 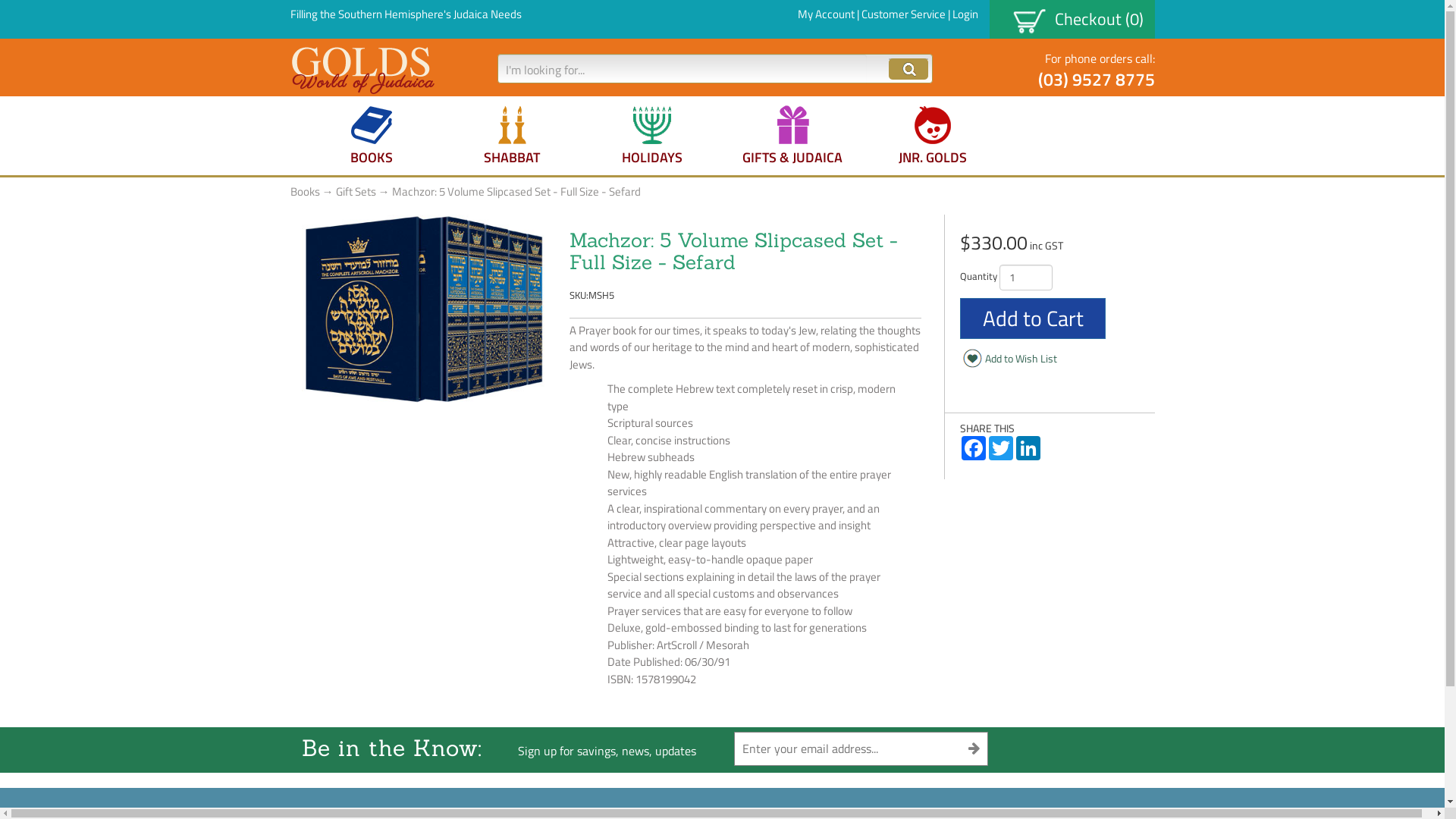 I want to click on 'Login', so click(x=964, y=14).